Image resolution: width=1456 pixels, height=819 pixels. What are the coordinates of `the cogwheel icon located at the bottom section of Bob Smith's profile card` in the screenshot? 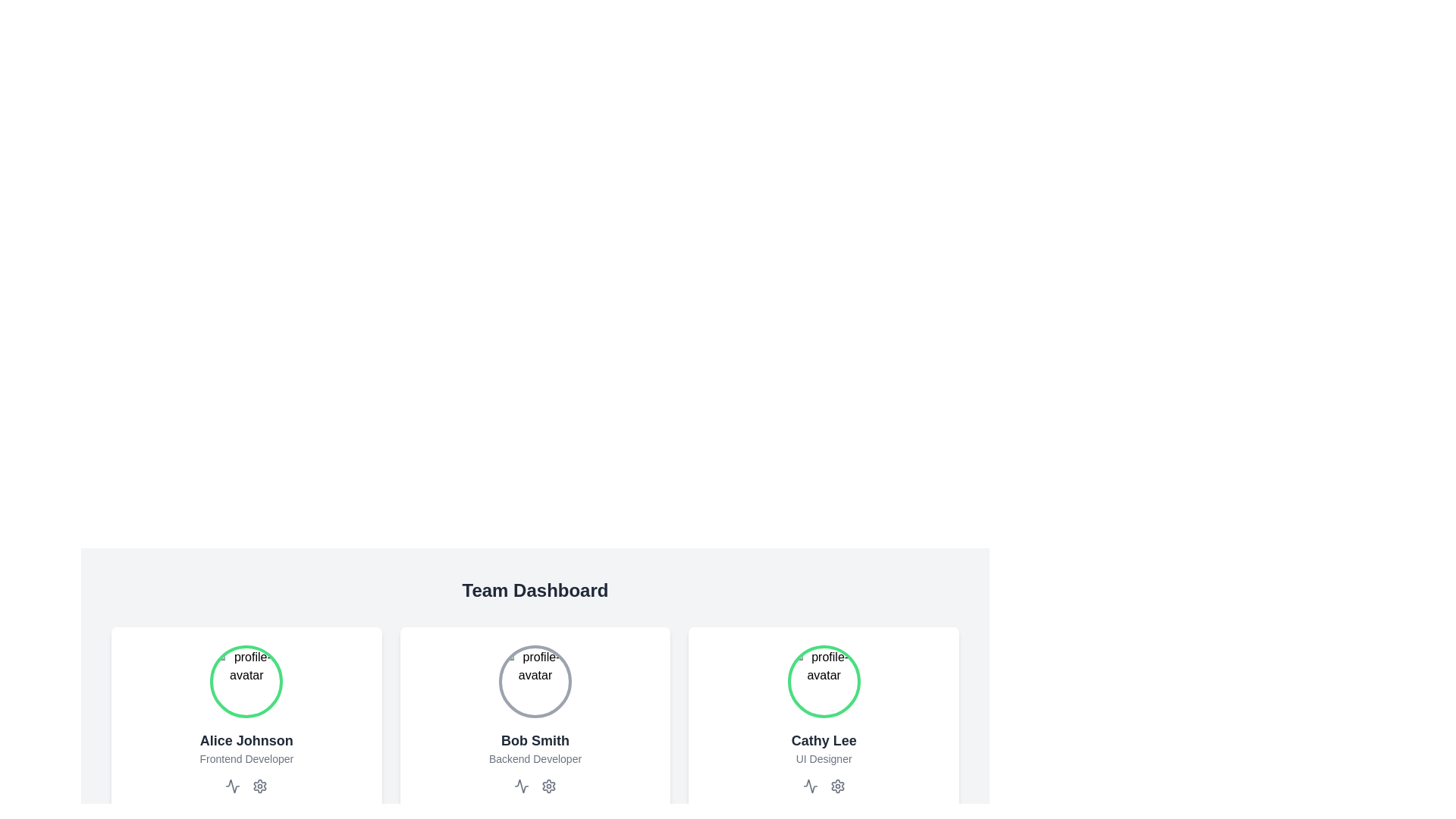 It's located at (548, 786).